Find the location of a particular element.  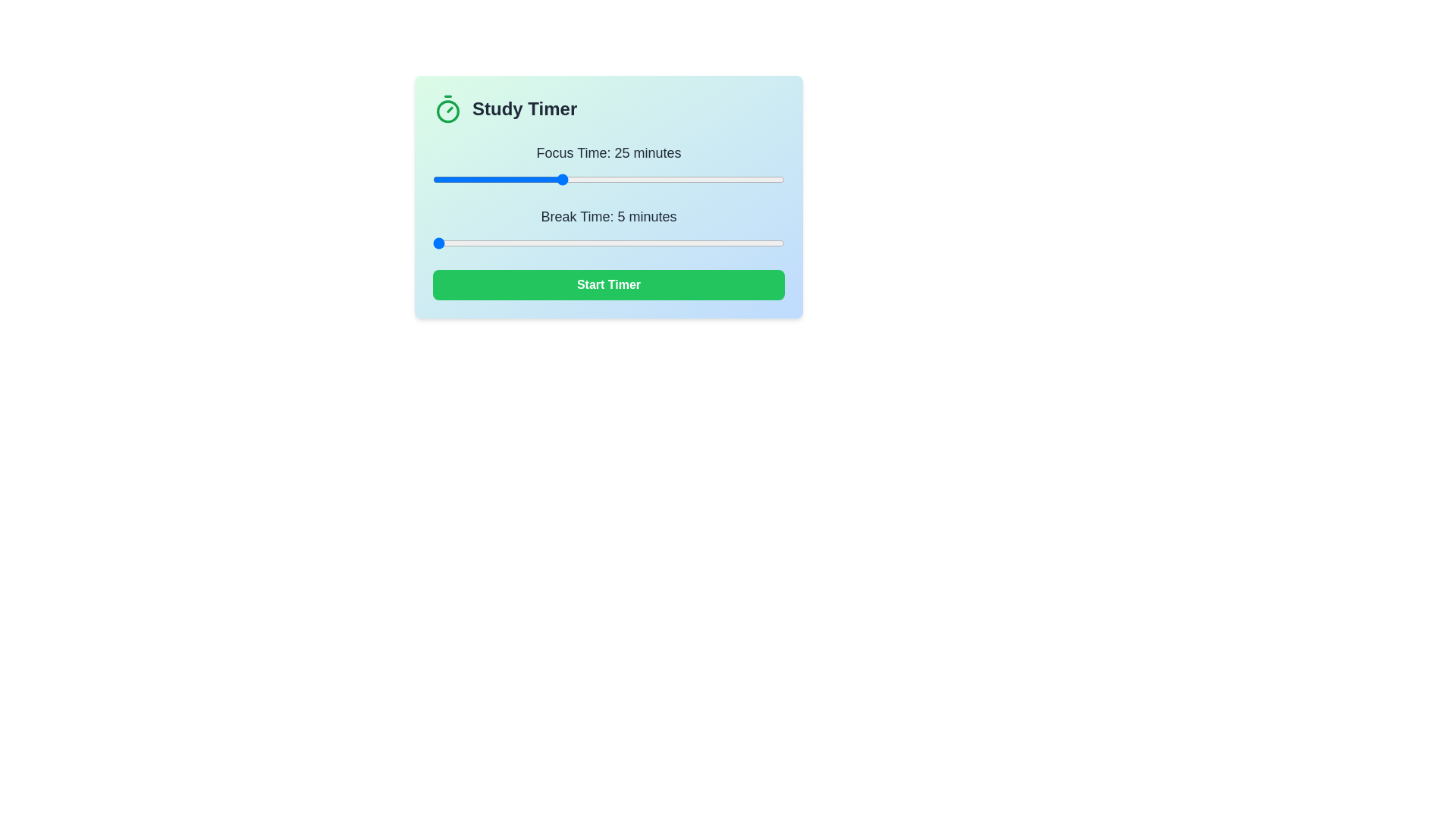

the focus time slider to set the duration to 46 minutes is located at coordinates (694, 178).